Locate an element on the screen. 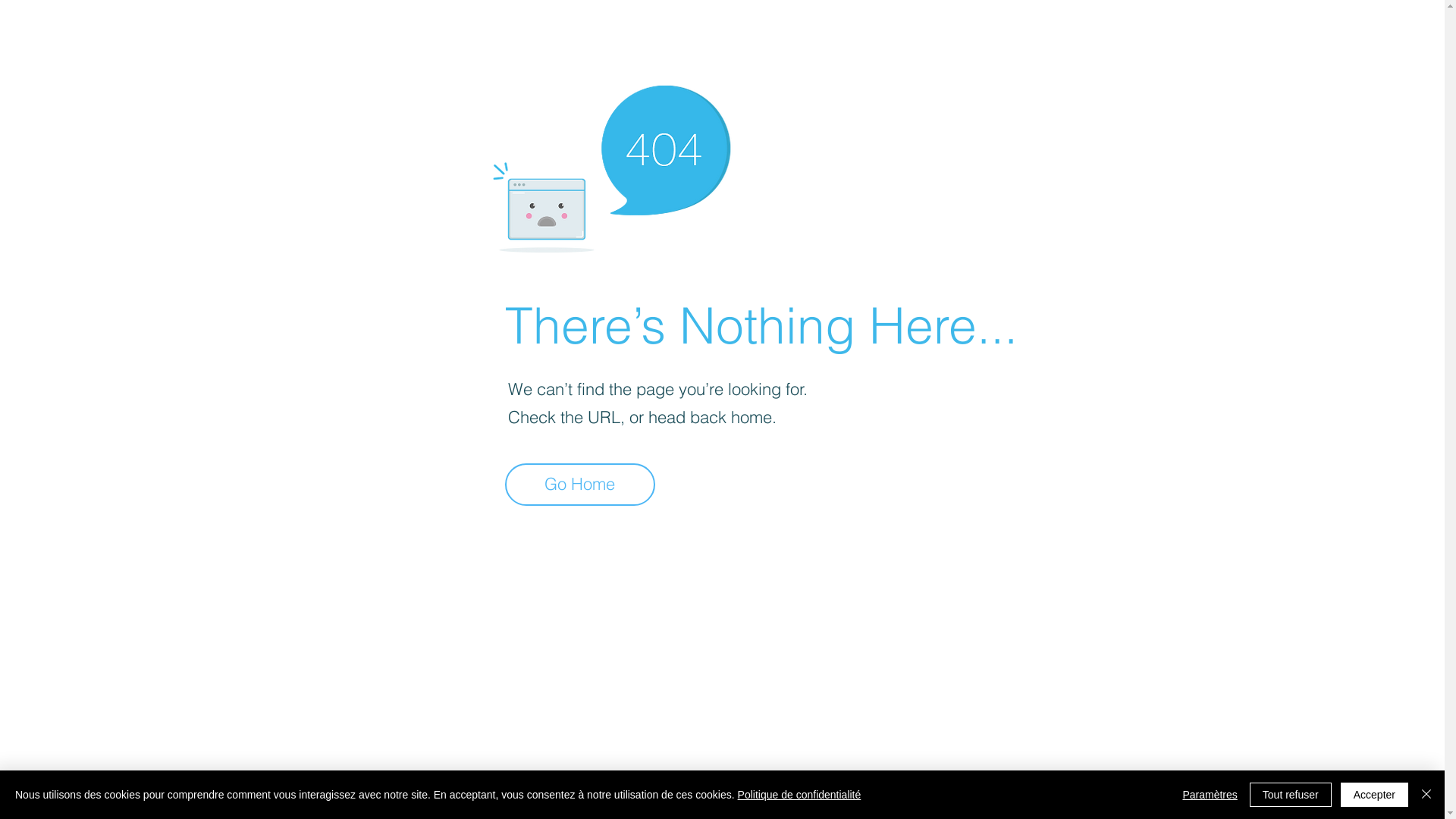 Image resolution: width=1456 pixels, height=819 pixels. 'Go Home' is located at coordinates (579, 485).